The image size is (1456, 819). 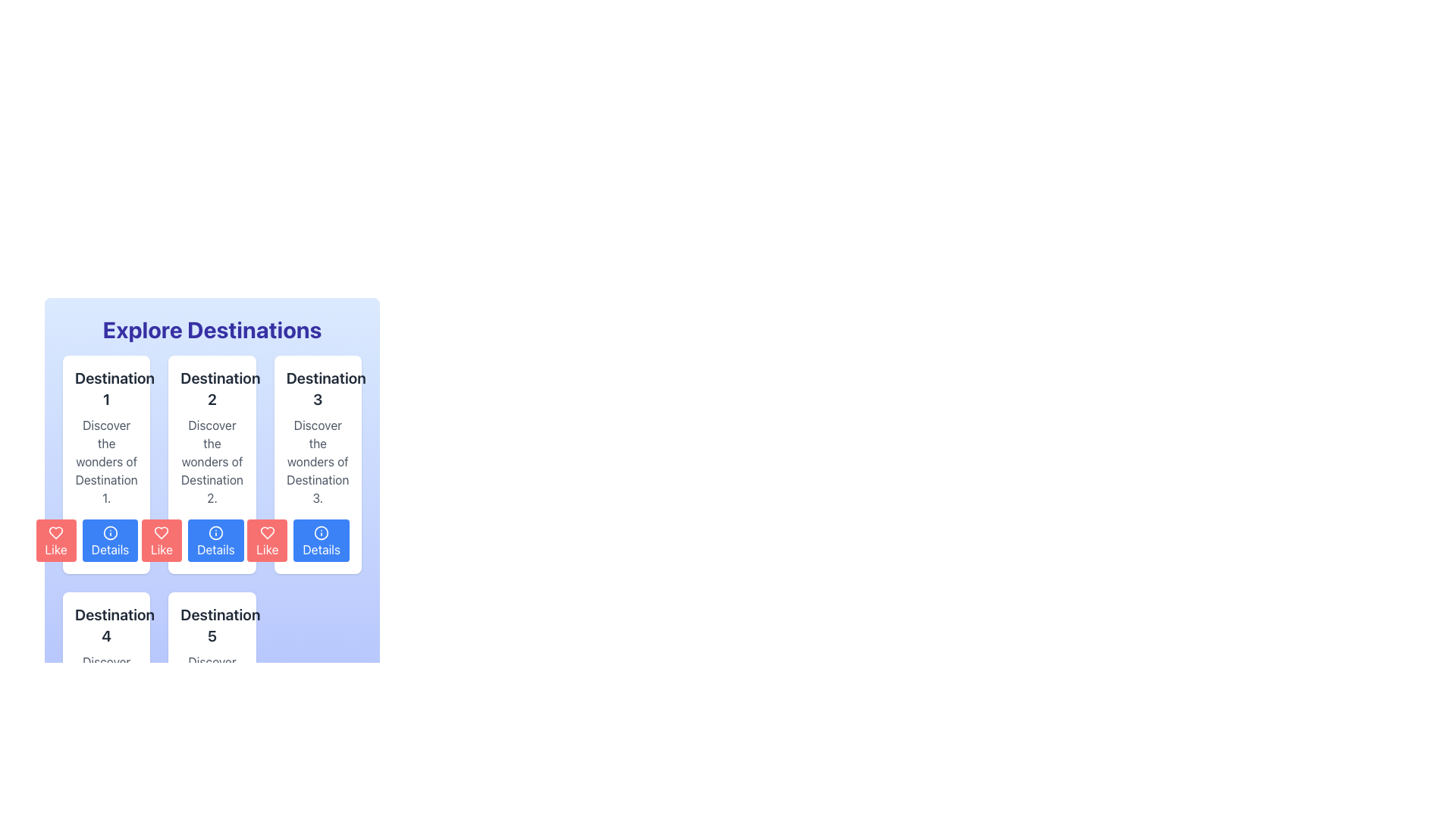 I want to click on the 'Details' button with a blue background and white text located at the bottom-right corner of the 'Destination 1' card, so click(x=105, y=540).